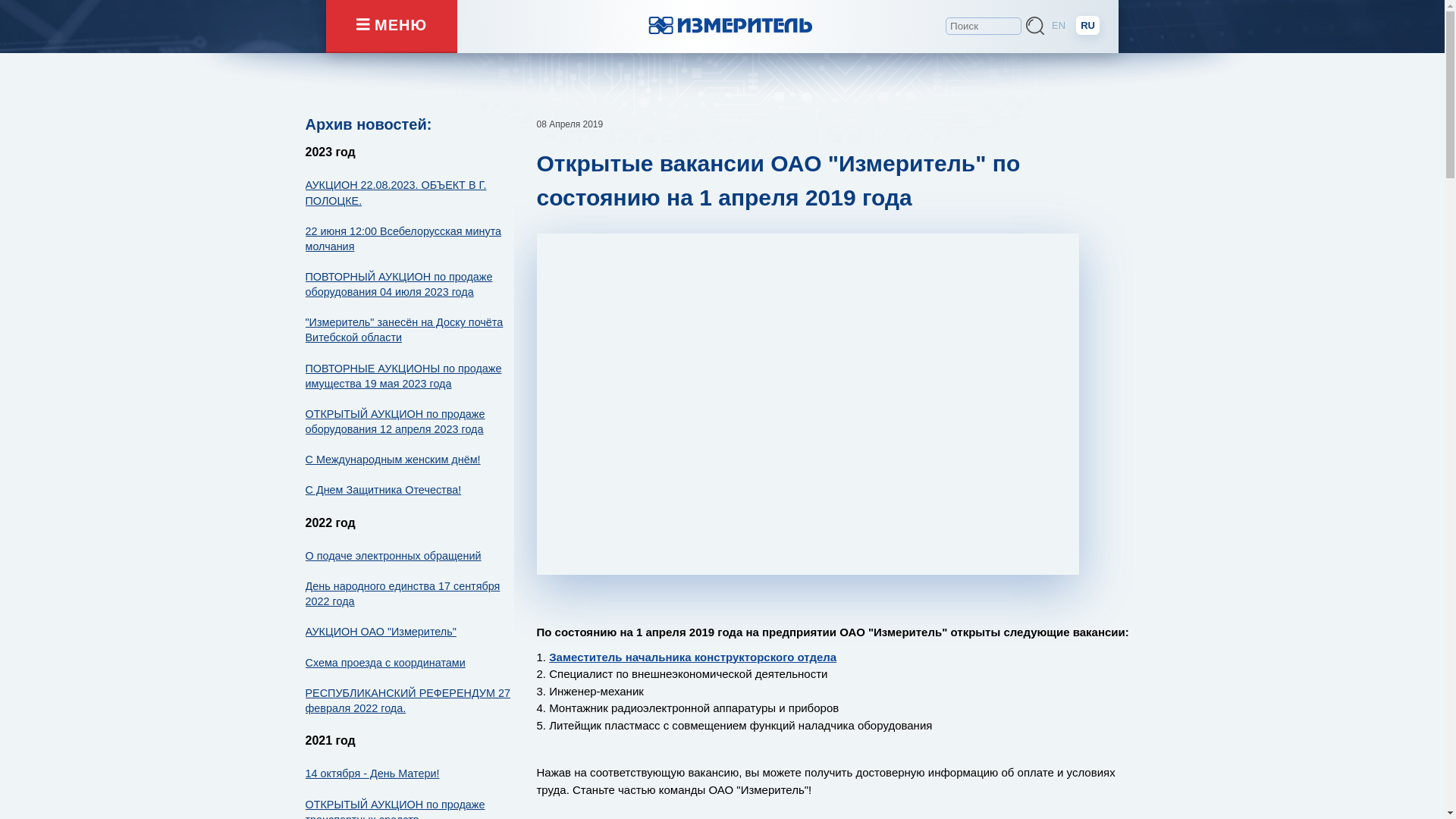 Image resolution: width=1456 pixels, height=819 pixels. Describe the element at coordinates (1087, 25) in the screenshot. I see `'RU'` at that location.